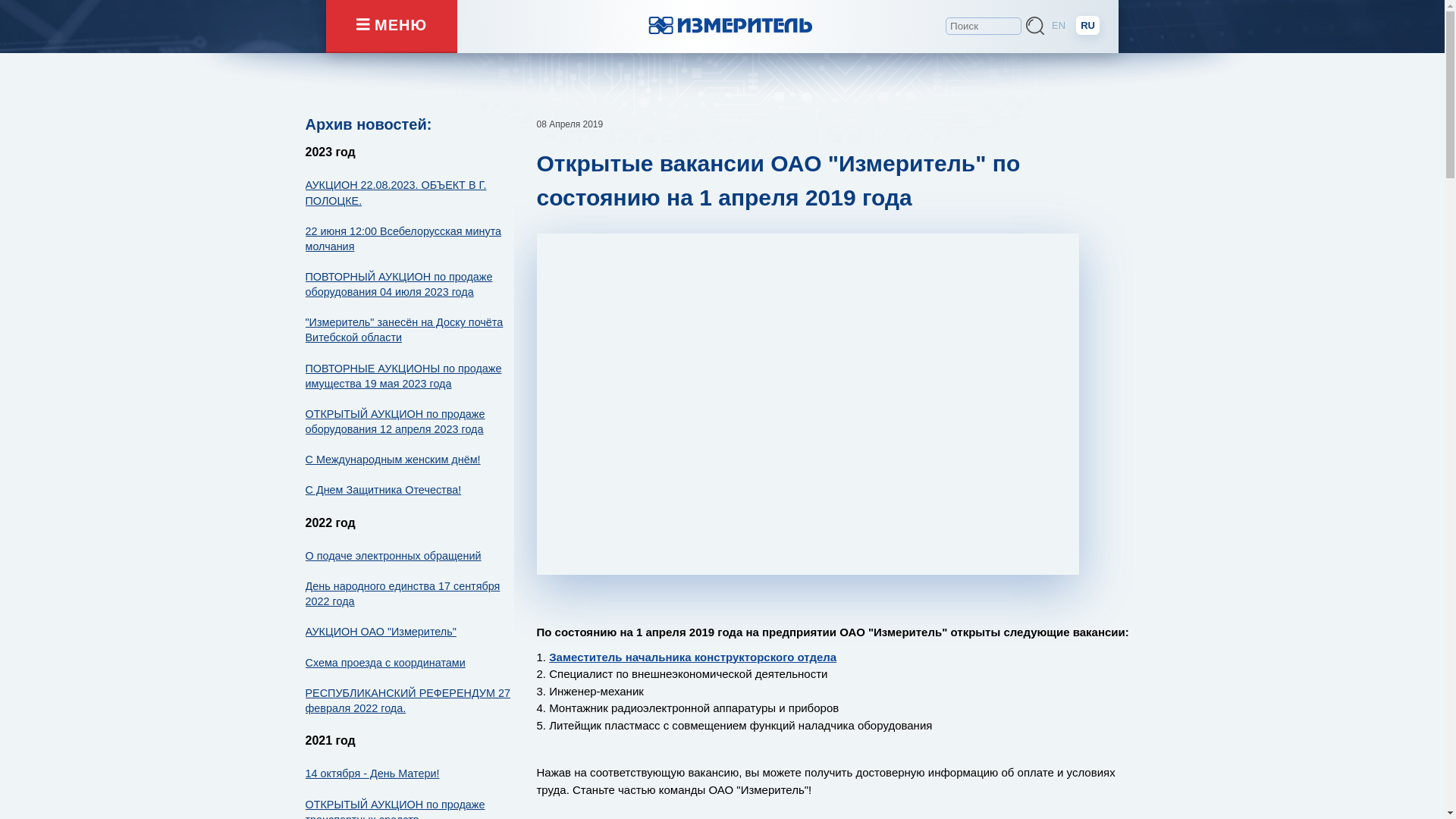 Image resolution: width=1456 pixels, height=819 pixels. Describe the element at coordinates (1087, 25) in the screenshot. I see `'RU'` at that location.